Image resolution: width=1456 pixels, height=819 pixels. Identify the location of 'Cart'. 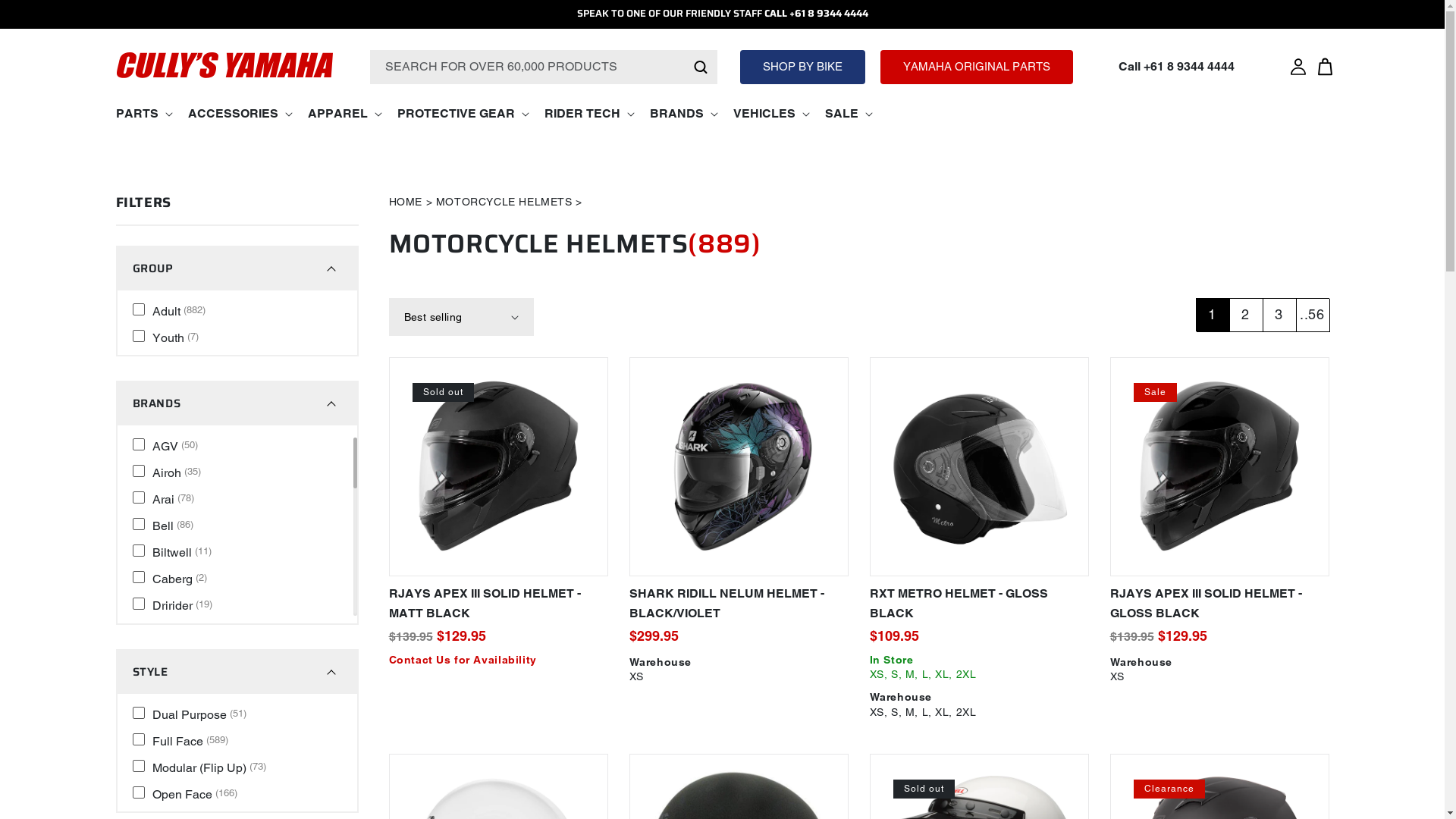
(1324, 66).